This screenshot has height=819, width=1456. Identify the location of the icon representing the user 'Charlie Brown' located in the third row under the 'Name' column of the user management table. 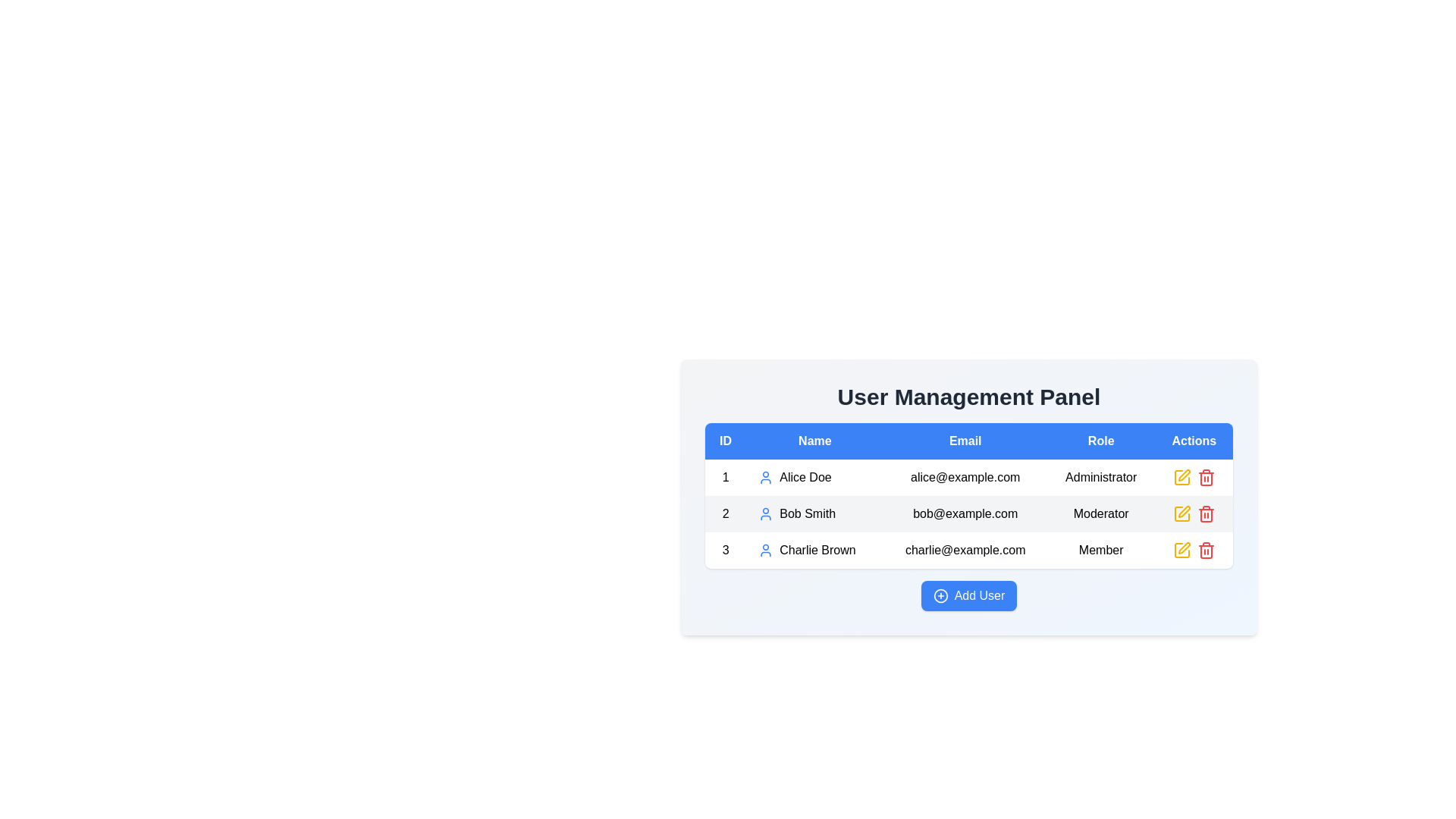
(765, 550).